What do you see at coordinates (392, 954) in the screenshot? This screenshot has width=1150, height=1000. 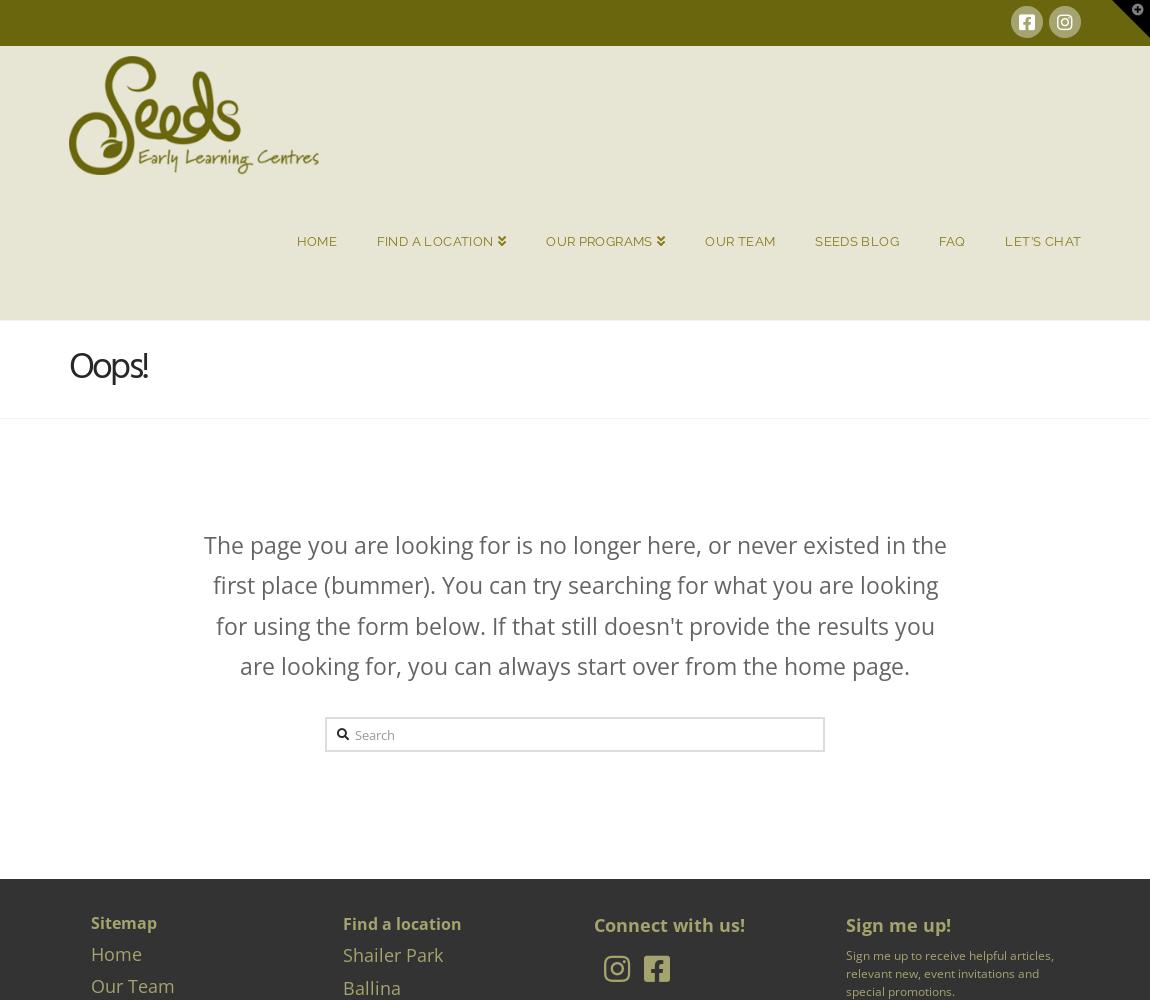 I see `'Shailer Park'` at bounding box center [392, 954].